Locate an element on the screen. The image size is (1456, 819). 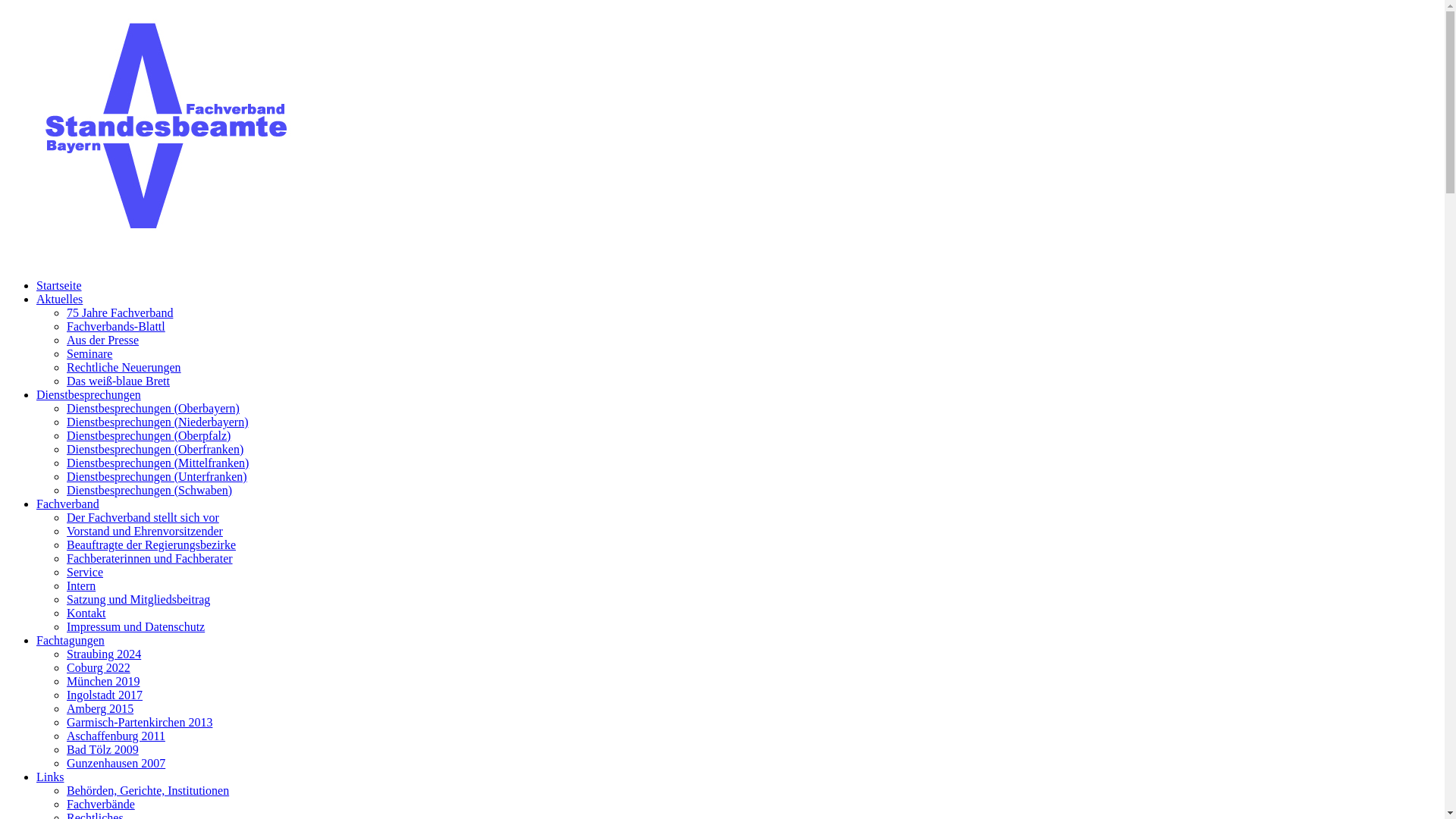
'Aschaffenburg 2011' is located at coordinates (115, 735).